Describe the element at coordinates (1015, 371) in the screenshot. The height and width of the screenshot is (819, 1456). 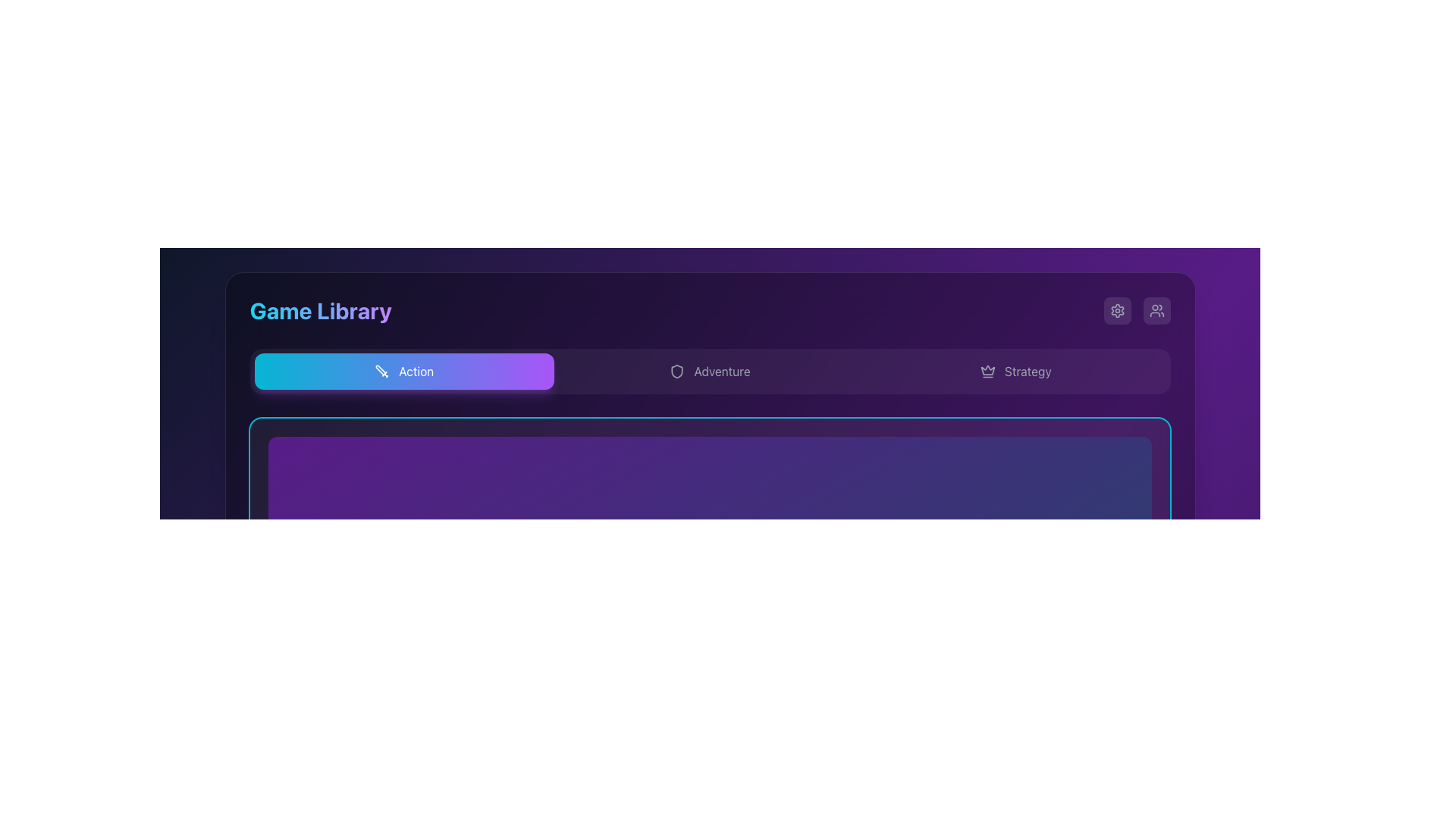
I see `the 'Strategy' button, which is the rightmost button in a horizontal row of three buttons labeled 'Action', 'Adventure', and 'Strategy'` at that location.